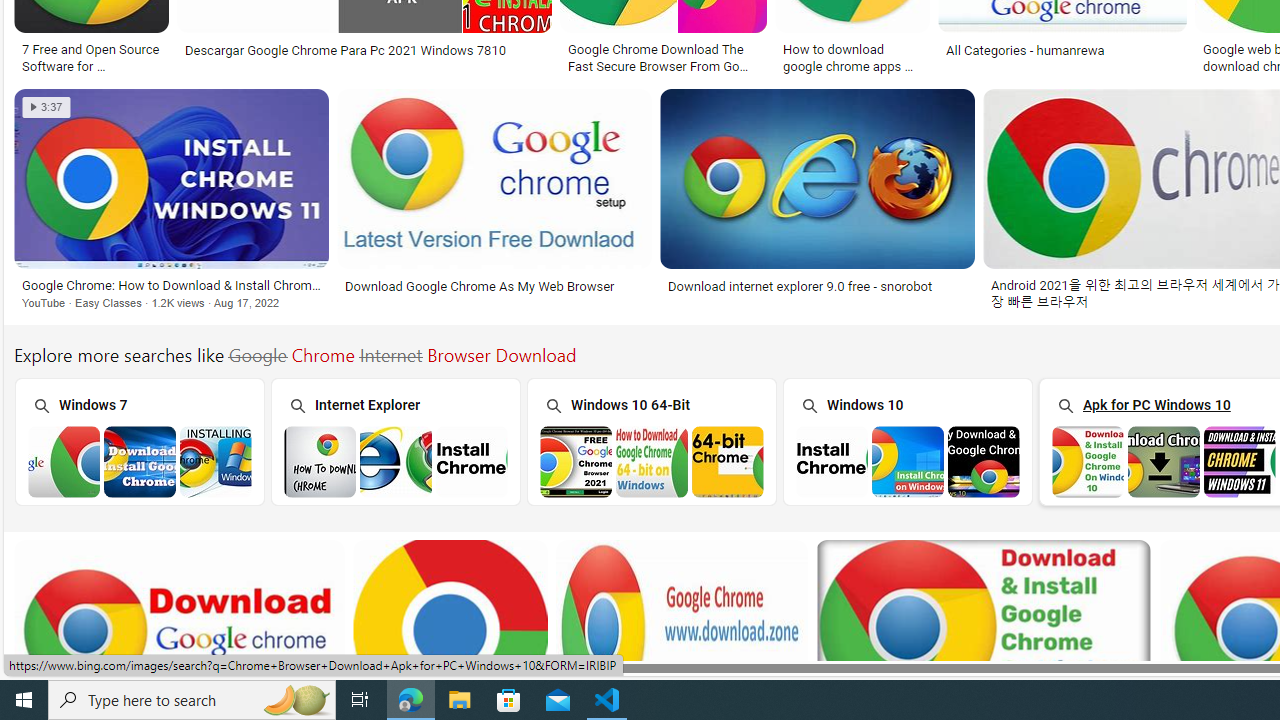 The image size is (1280, 720). What do you see at coordinates (906, 440) in the screenshot?
I see `'Chrome Browser Download Windows 10 Windows 10'` at bounding box center [906, 440].